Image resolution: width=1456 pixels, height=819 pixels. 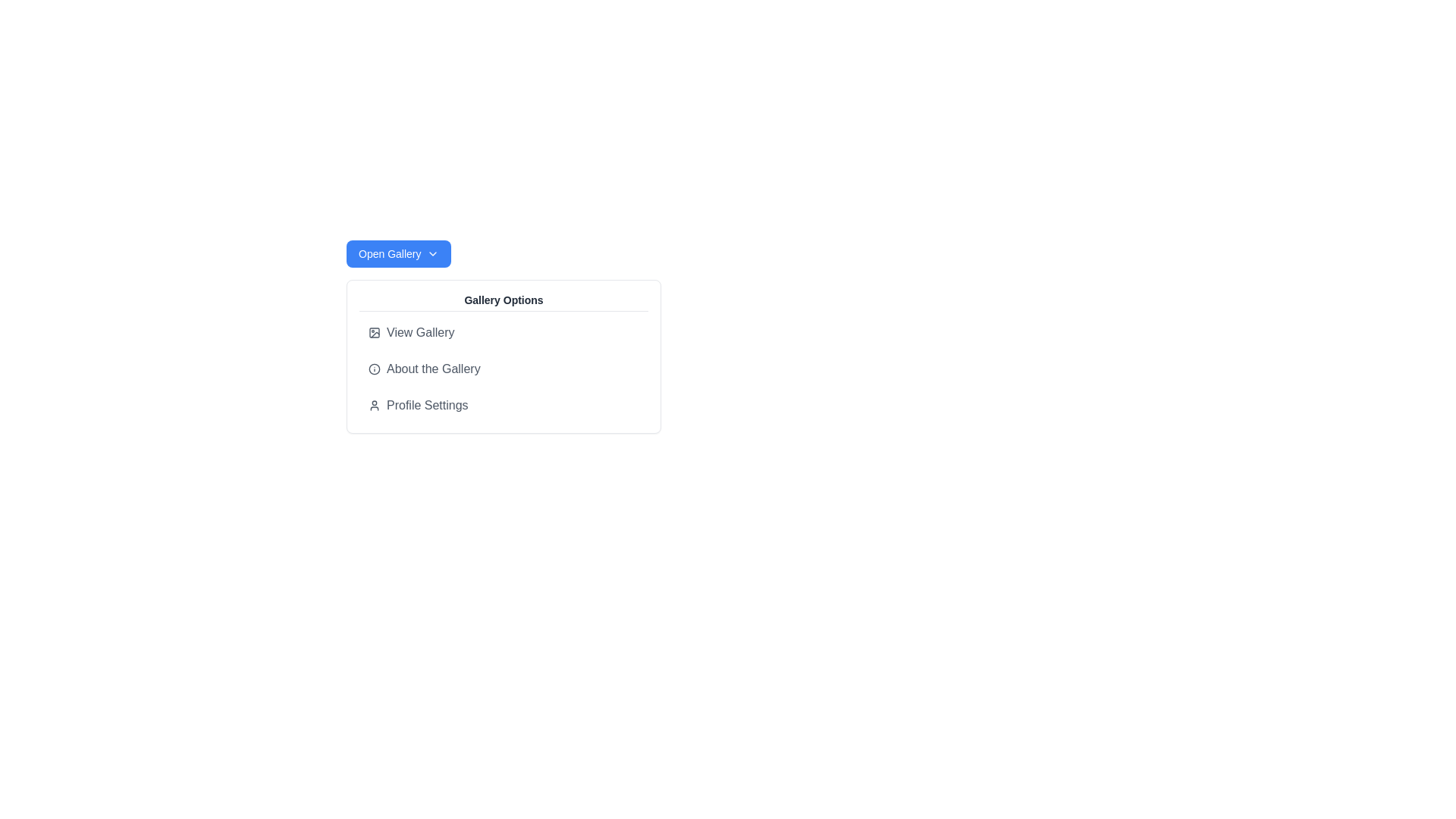 What do you see at coordinates (504, 302) in the screenshot?
I see `the bold labeled header 'Gallery Options'` at bounding box center [504, 302].